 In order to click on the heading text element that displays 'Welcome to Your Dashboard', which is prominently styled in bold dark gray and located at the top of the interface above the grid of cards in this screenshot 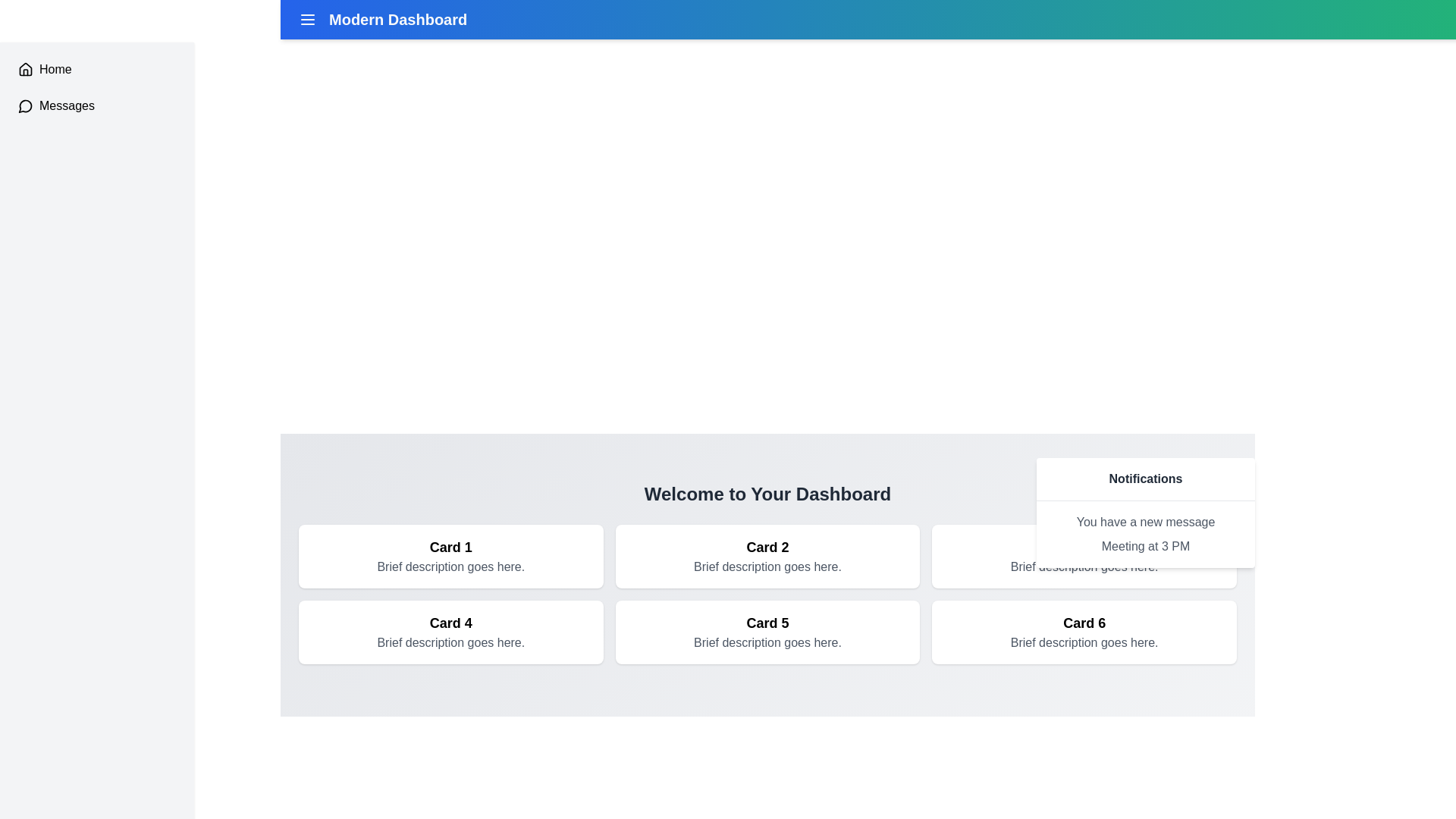, I will do `click(767, 494)`.